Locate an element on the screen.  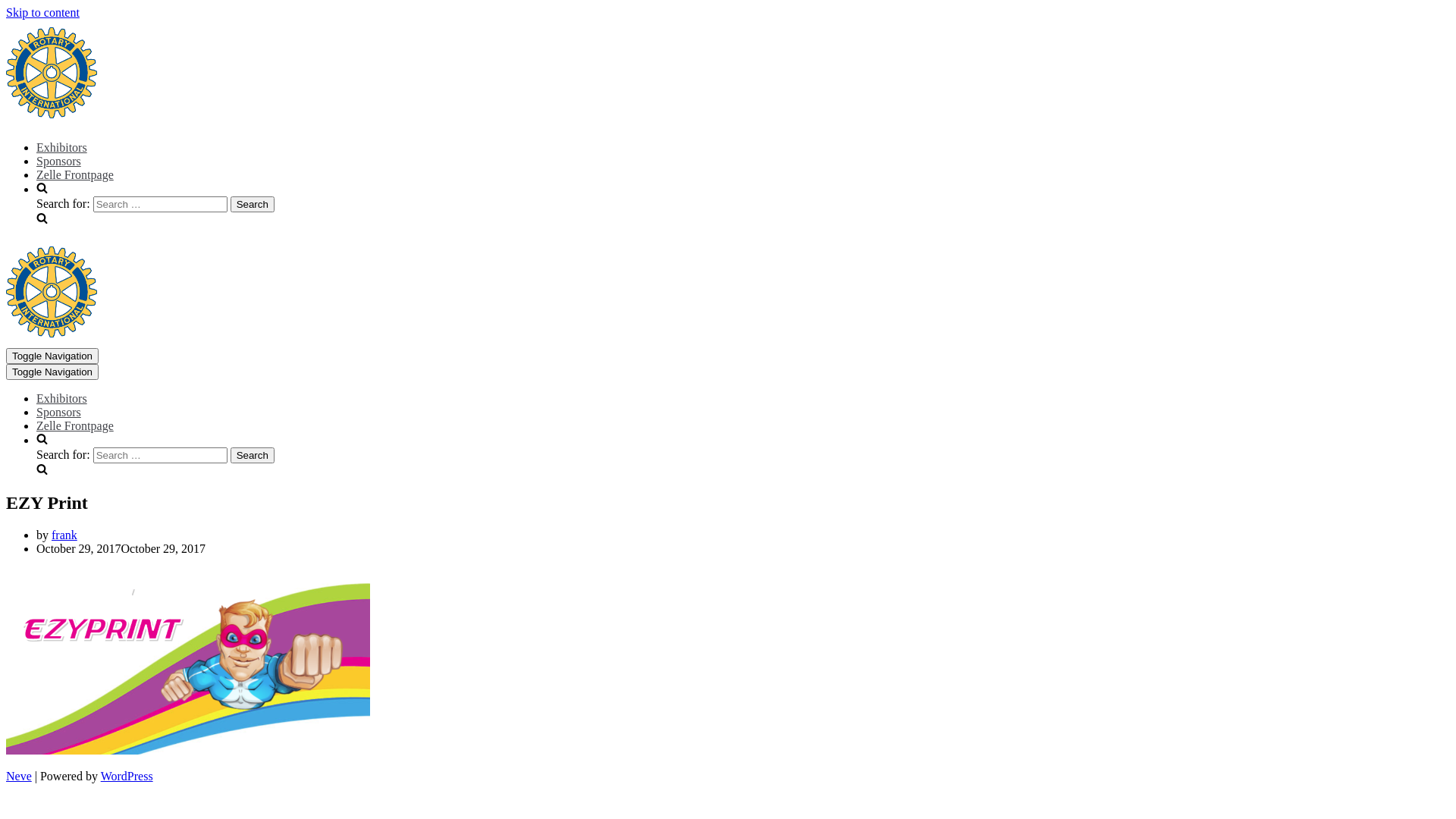
'Skip to content' is located at coordinates (42, 12).